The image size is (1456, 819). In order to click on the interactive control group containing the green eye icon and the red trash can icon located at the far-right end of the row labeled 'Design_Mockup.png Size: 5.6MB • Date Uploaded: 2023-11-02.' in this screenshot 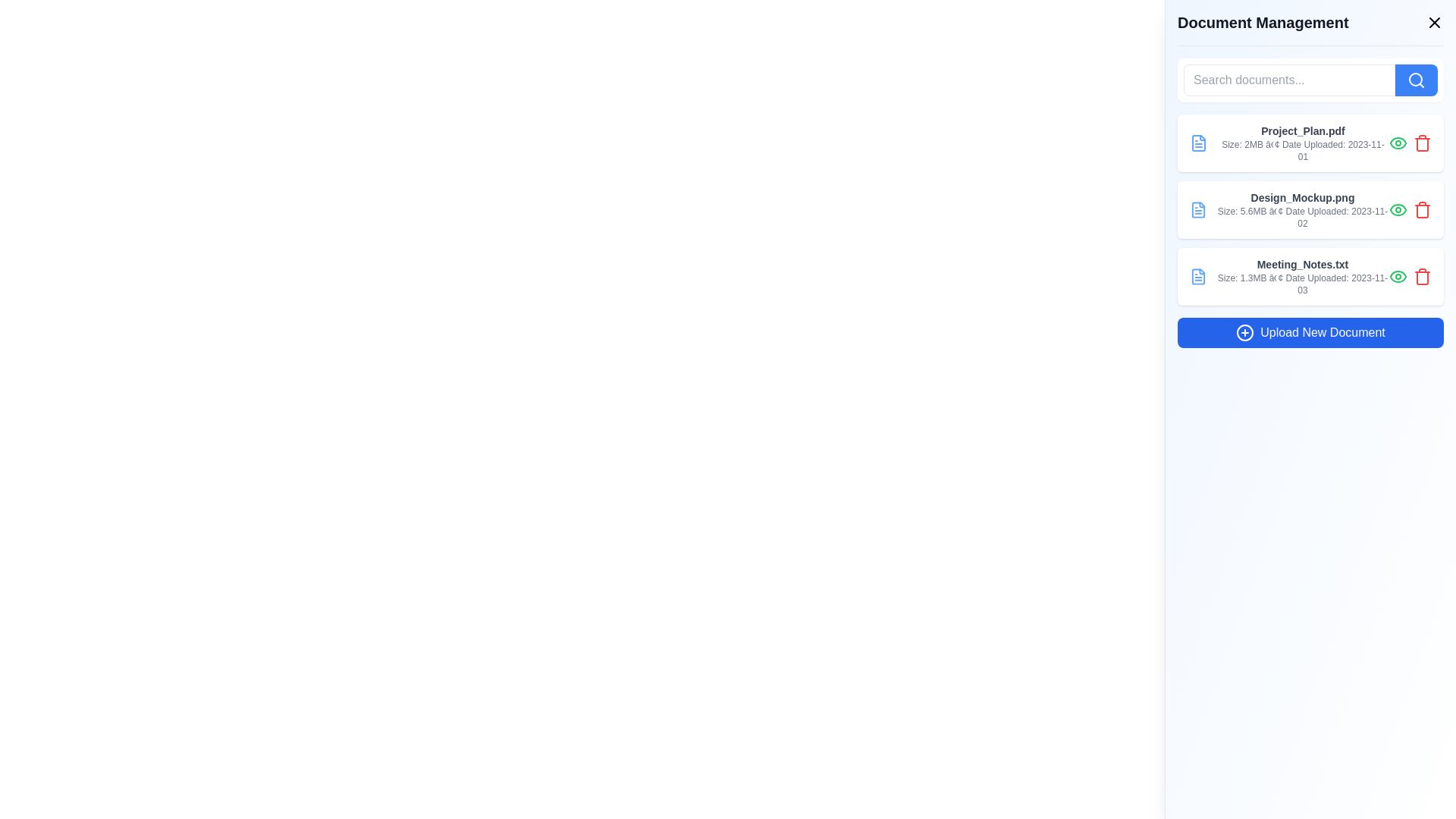, I will do `click(1410, 210)`.